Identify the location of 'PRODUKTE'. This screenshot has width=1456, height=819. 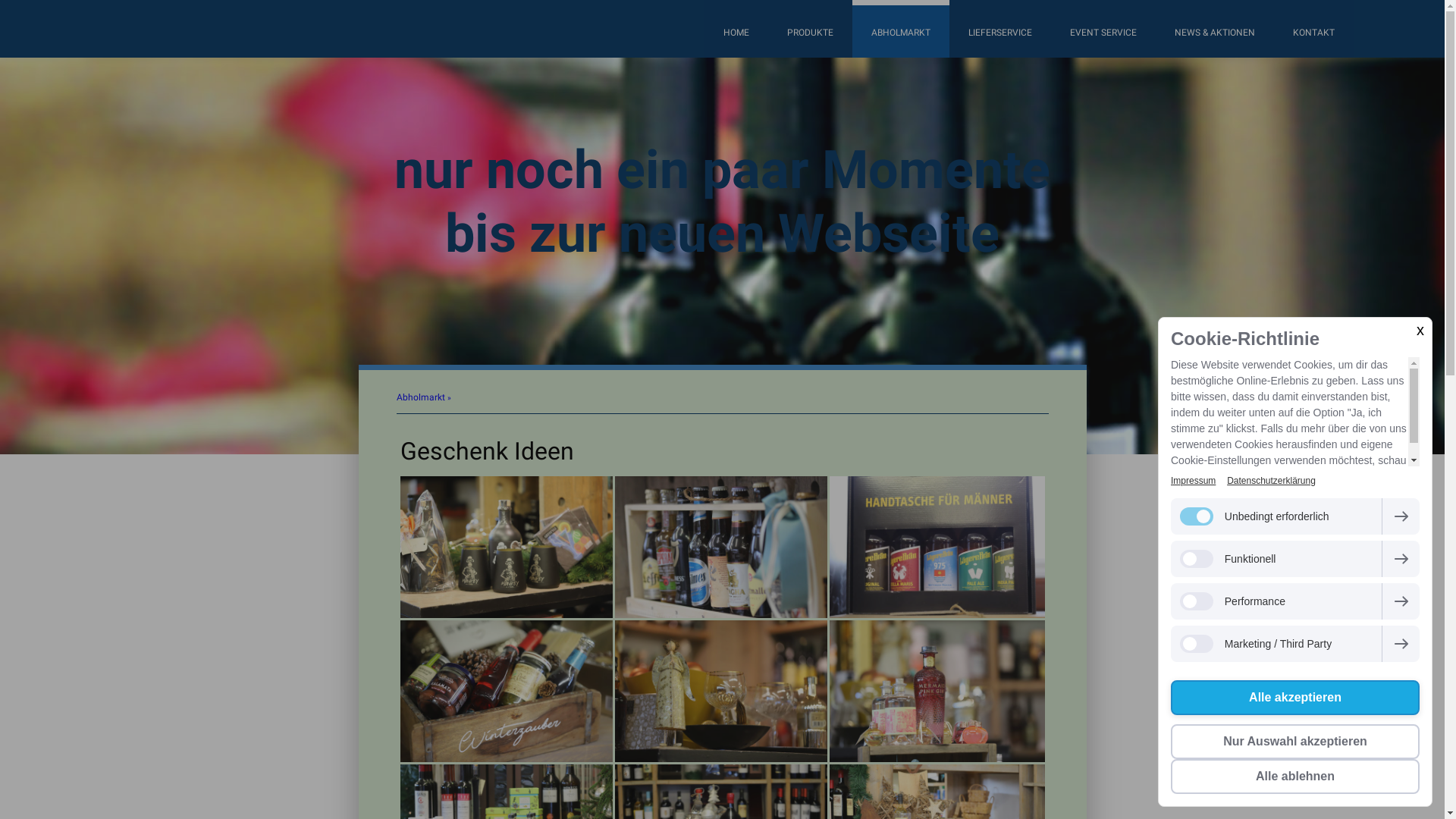
(809, 29).